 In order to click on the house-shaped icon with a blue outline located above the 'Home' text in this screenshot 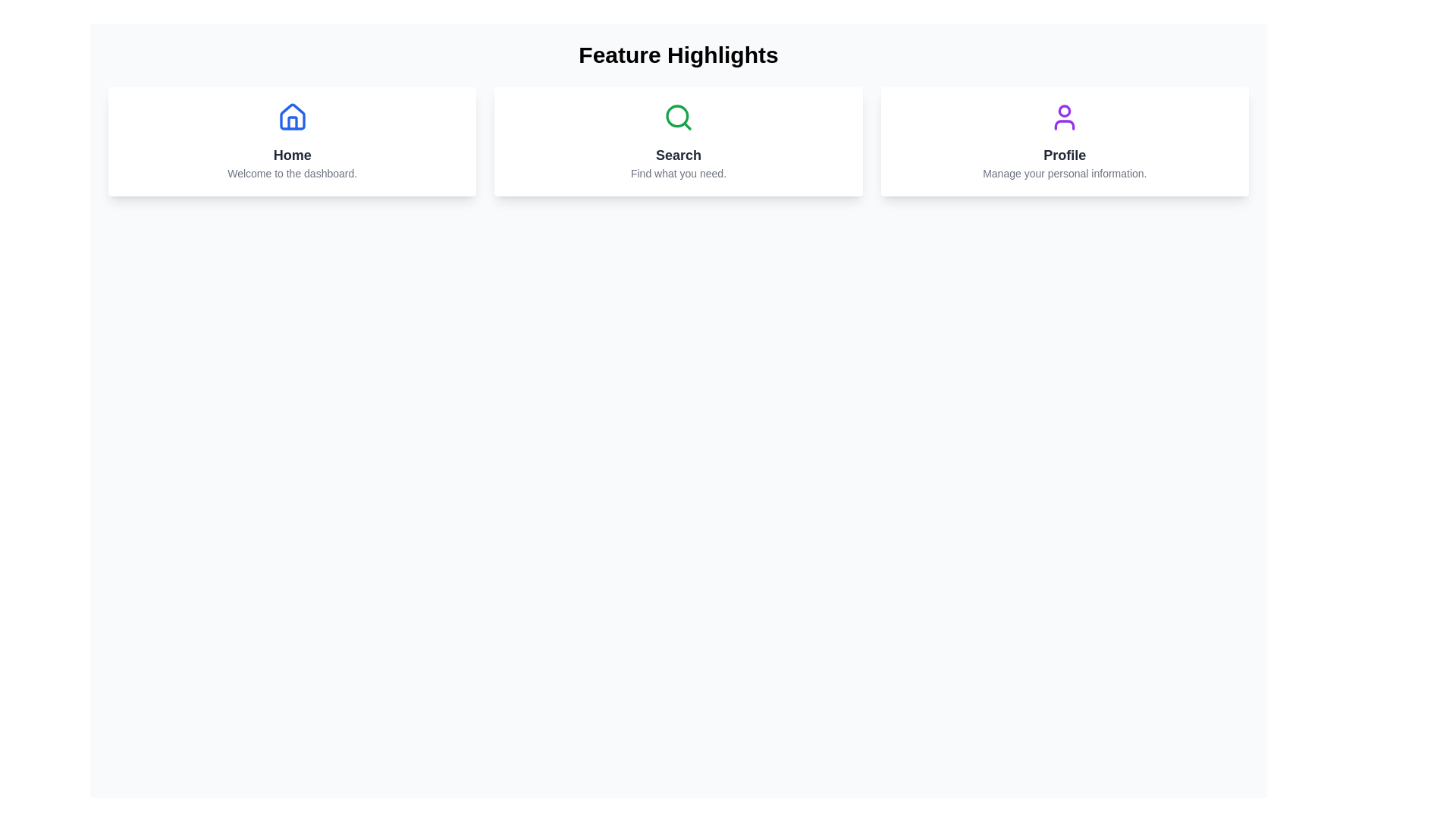, I will do `click(292, 116)`.